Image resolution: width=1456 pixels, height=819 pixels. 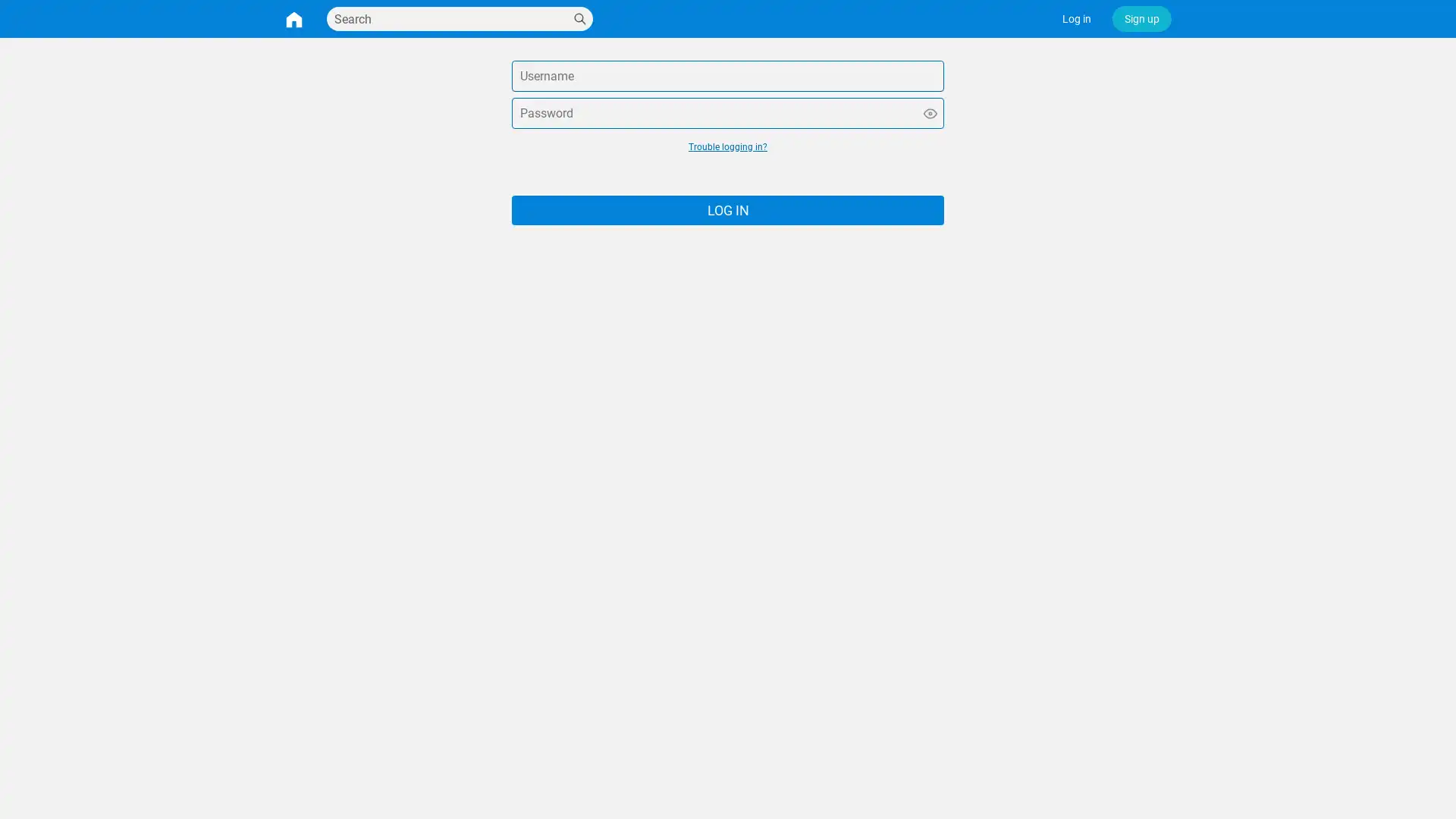 What do you see at coordinates (930, 112) in the screenshot?
I see `Show password` at bounding box center [930, 112].